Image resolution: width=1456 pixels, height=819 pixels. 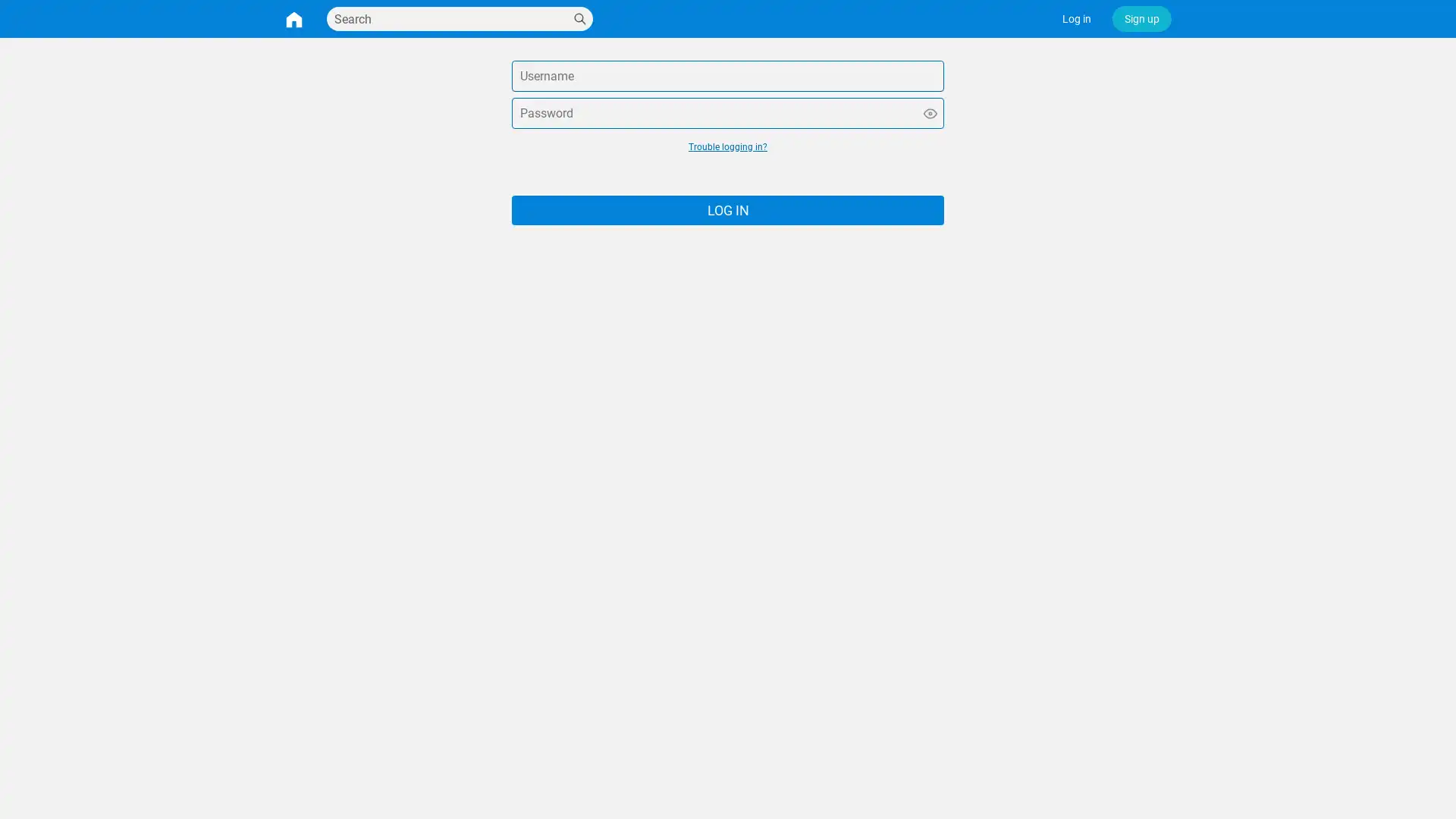 What do you see at coordinates (930, 112) in the screenshot?
I see `Show password` at bounding box center [930, 112].